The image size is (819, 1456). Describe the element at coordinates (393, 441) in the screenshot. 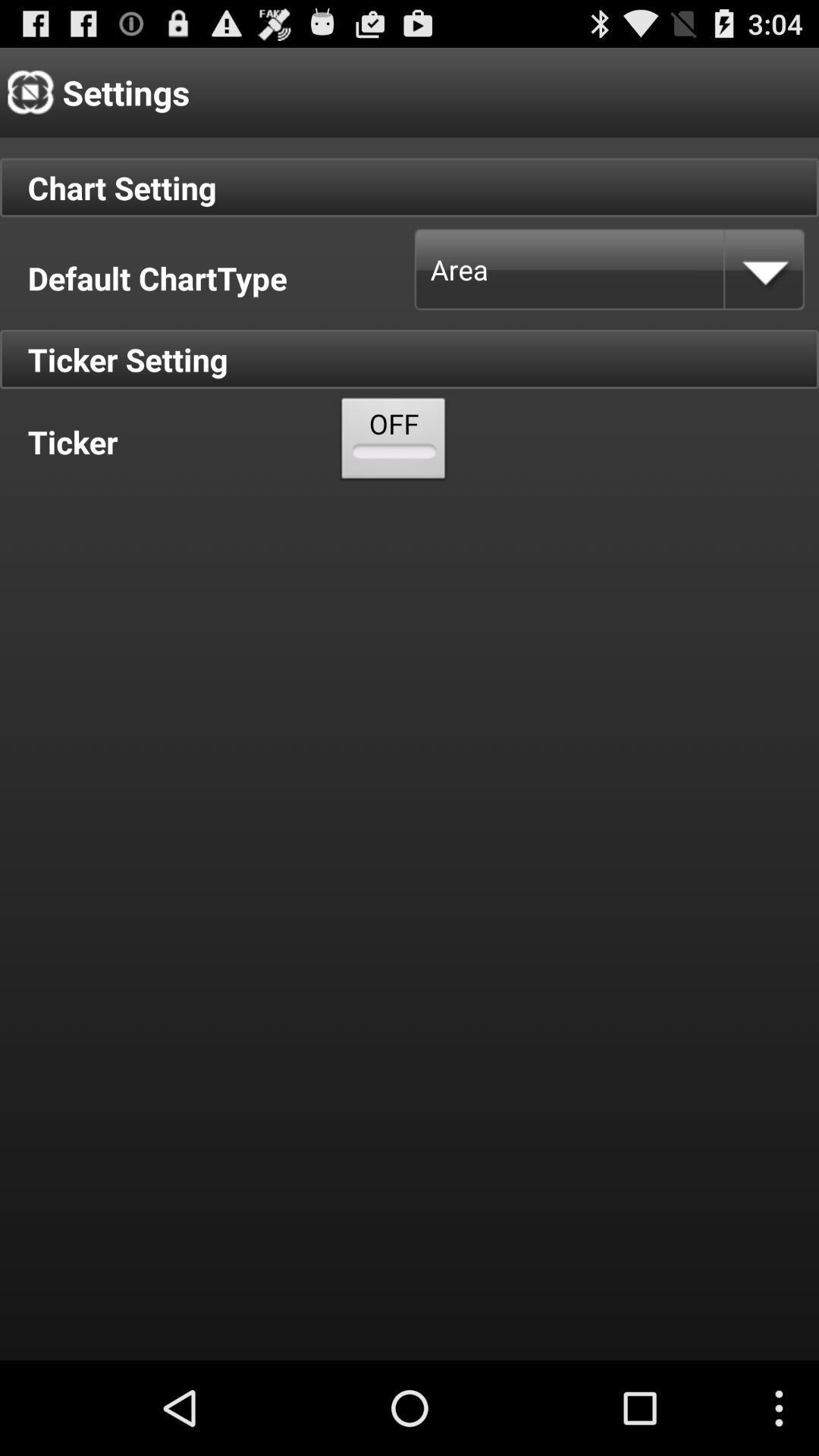

I see `the icon below the default charttype item` at that location.